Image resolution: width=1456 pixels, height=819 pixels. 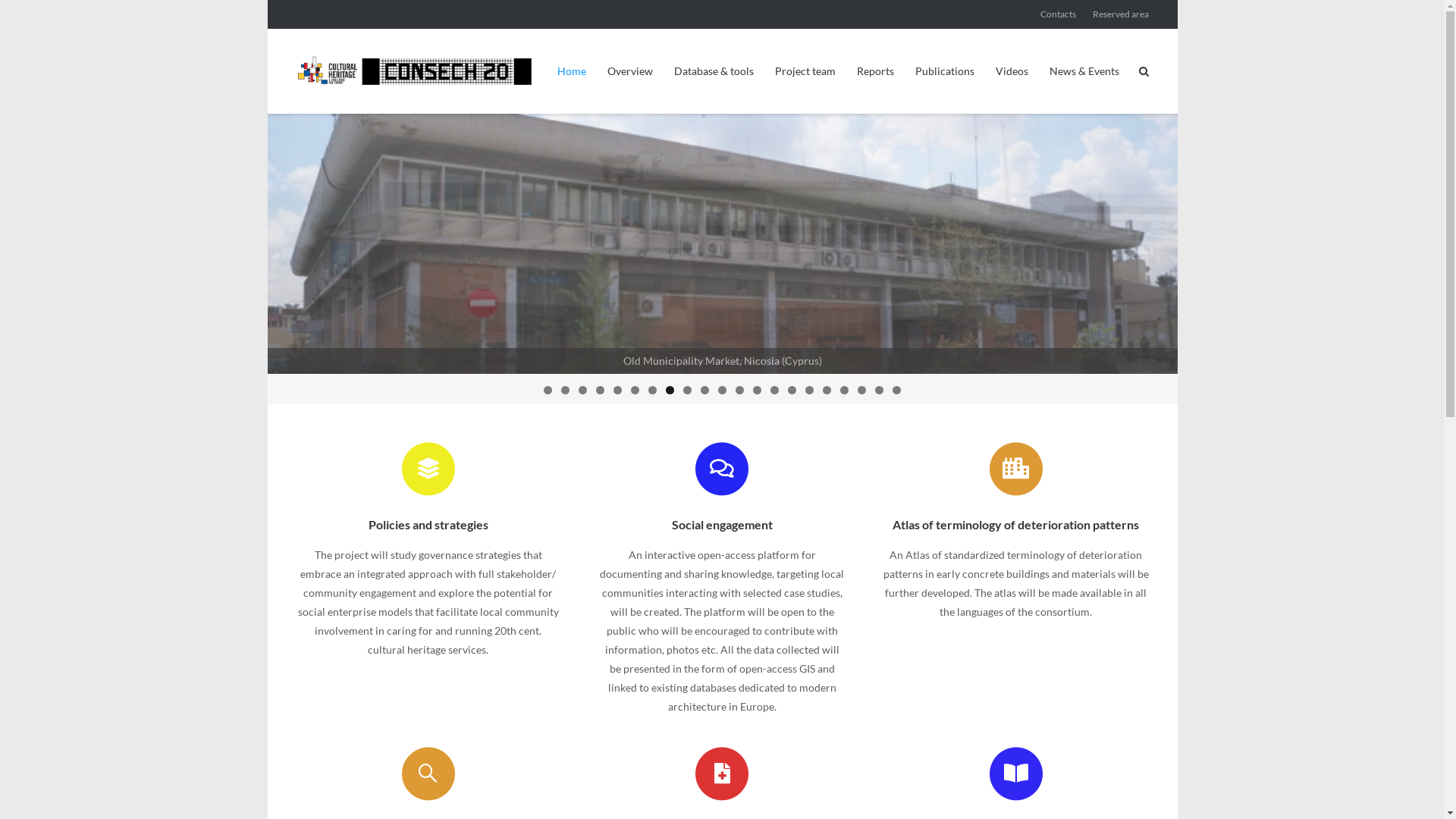 What do you see at coordinates (861, 389) in the screenshot?
I see `'19'` at bounding box center [861, 389].